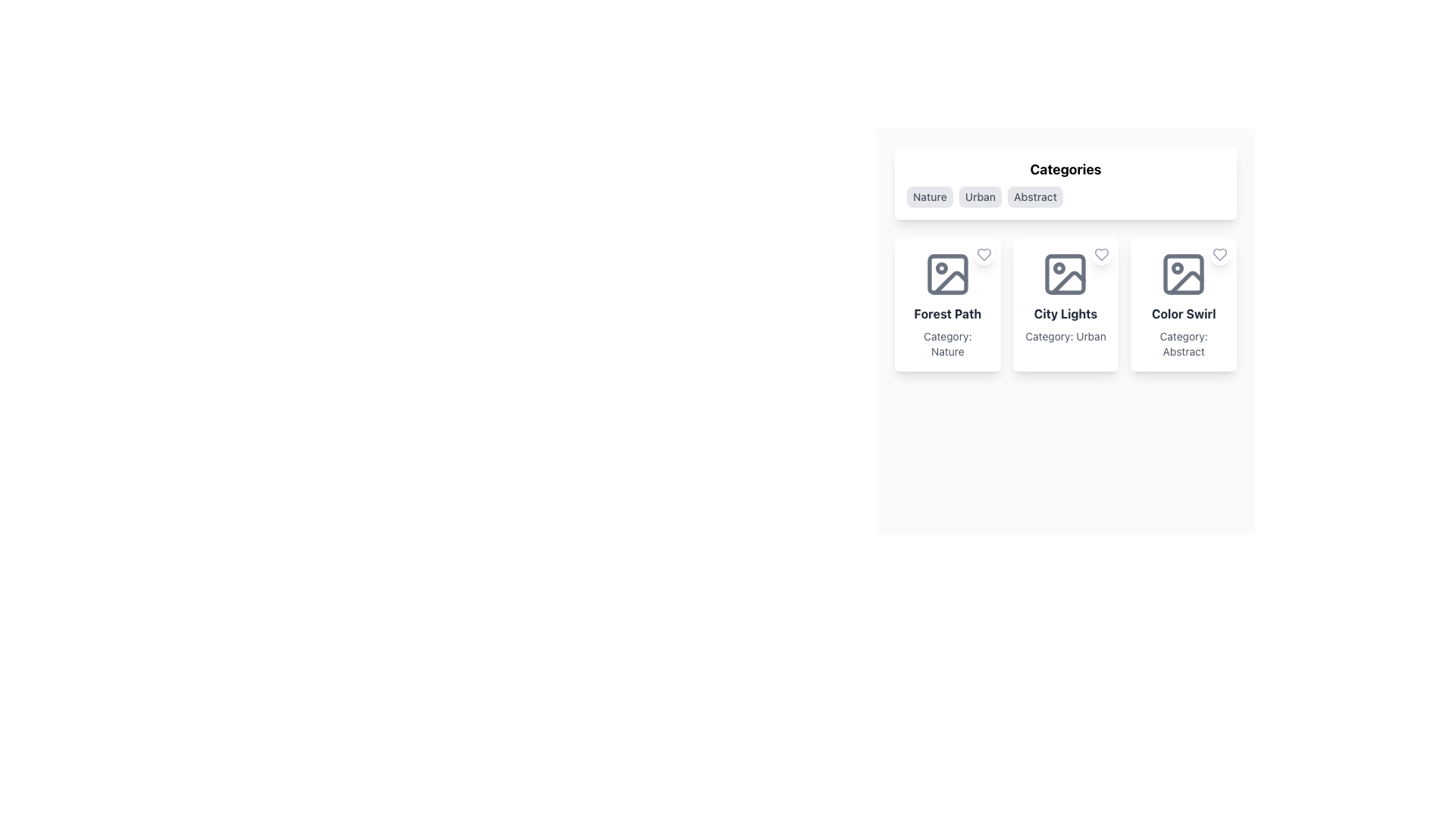 Image resolution: width=1456 pixels, height=819 pixels. I want to click on the heart-shaped icon in the top-right corner of the 'Color Swirl' card, so click(1219, 253).